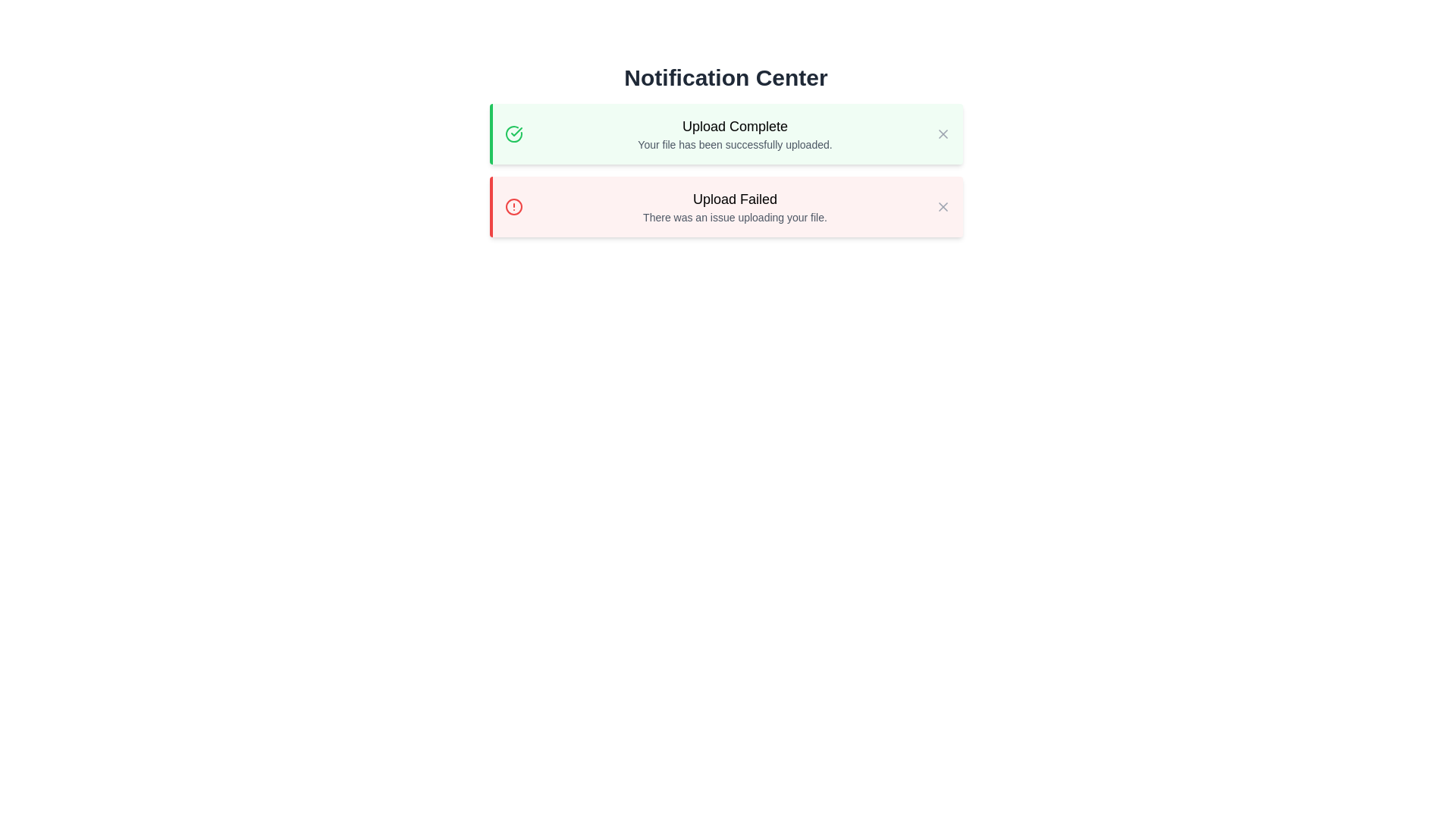 This screenshot has height=819, width=1456. What do you see at coordinates (942, 207) in the screenshot?
I see `the Close button represented as a stylized SVG graphic in the top-right corner of the 'Upload Failed' notification message` at bounding box center [942, 207].